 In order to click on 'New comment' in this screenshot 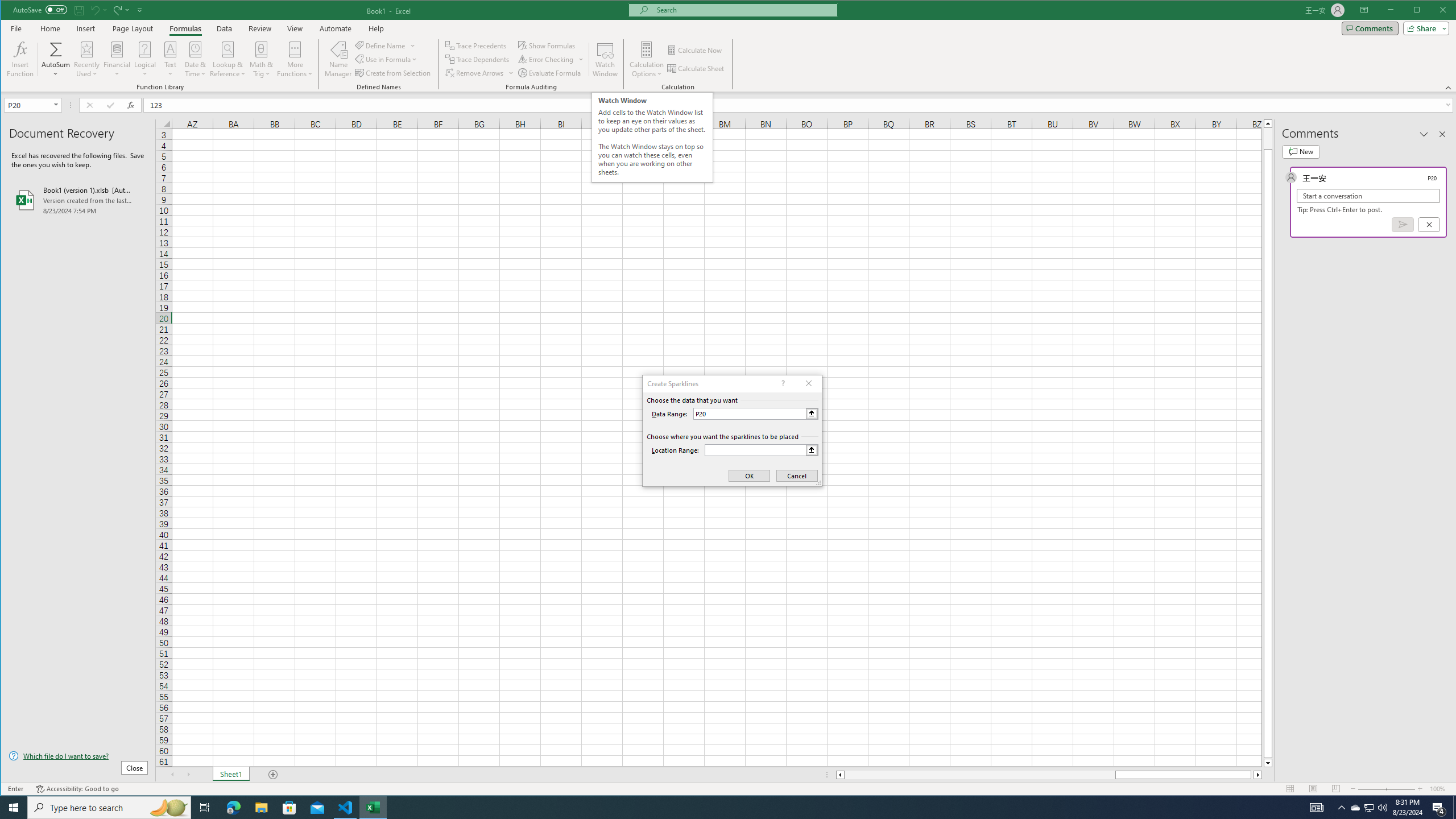, I will do `click(1300, 152)`.